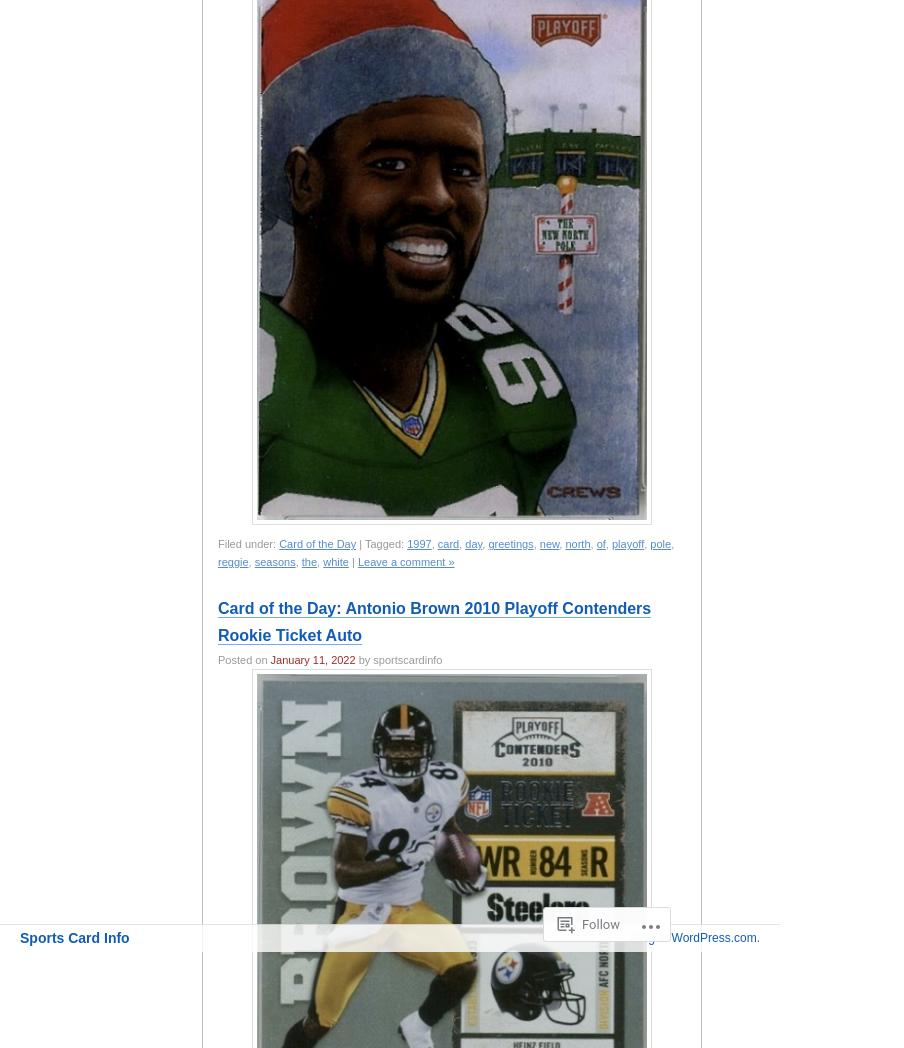  I want to click on 'Card of the Day: Antonio Brown 2010 Playoff Contenders Rookie Ticket Auto', so click(434, 620).